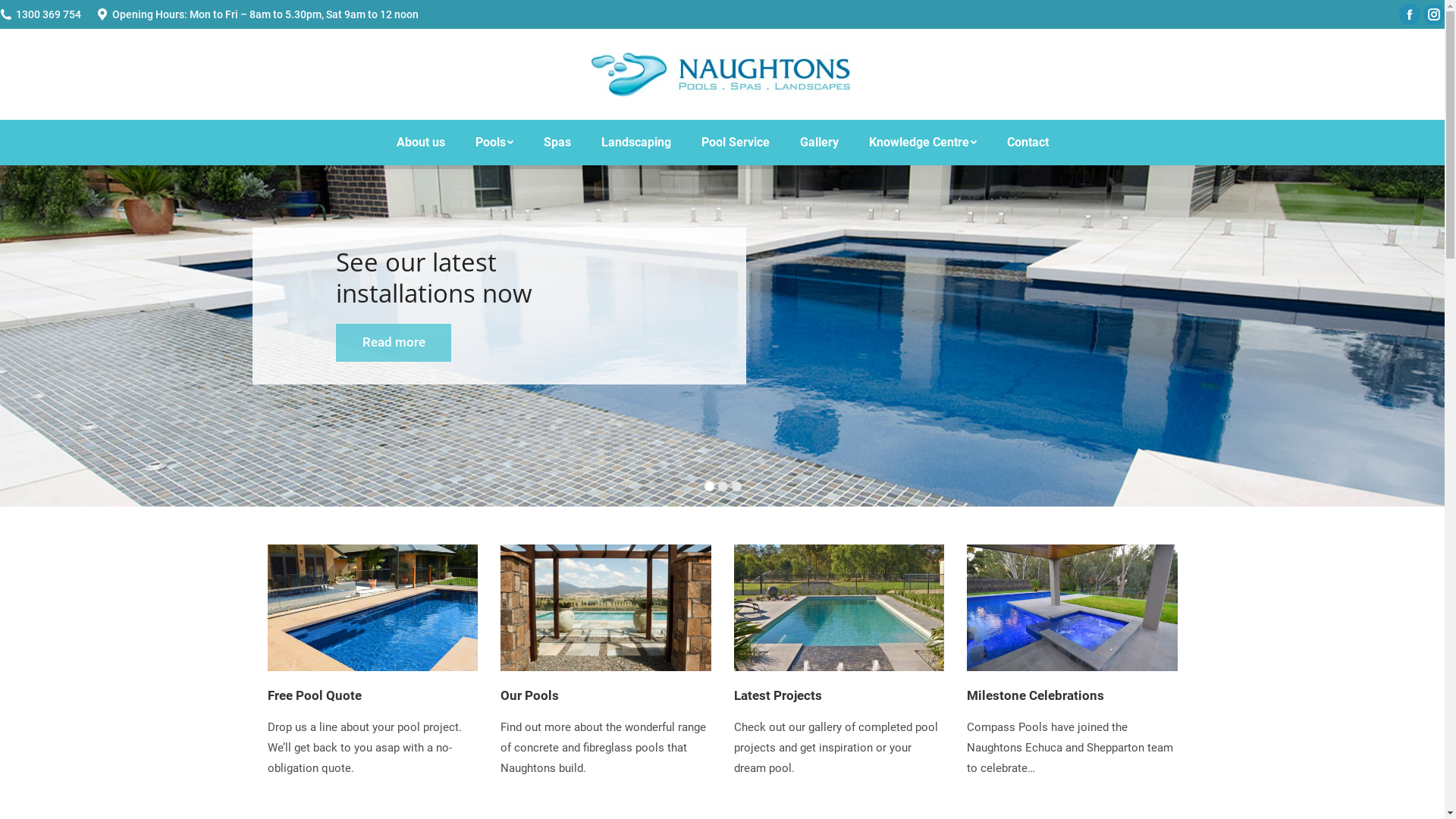 The image size is (1456, 819). What do you see at coordinates (817, 143) in the screenshot?
I see `'Gallery'` at bounding box center [817, 143].